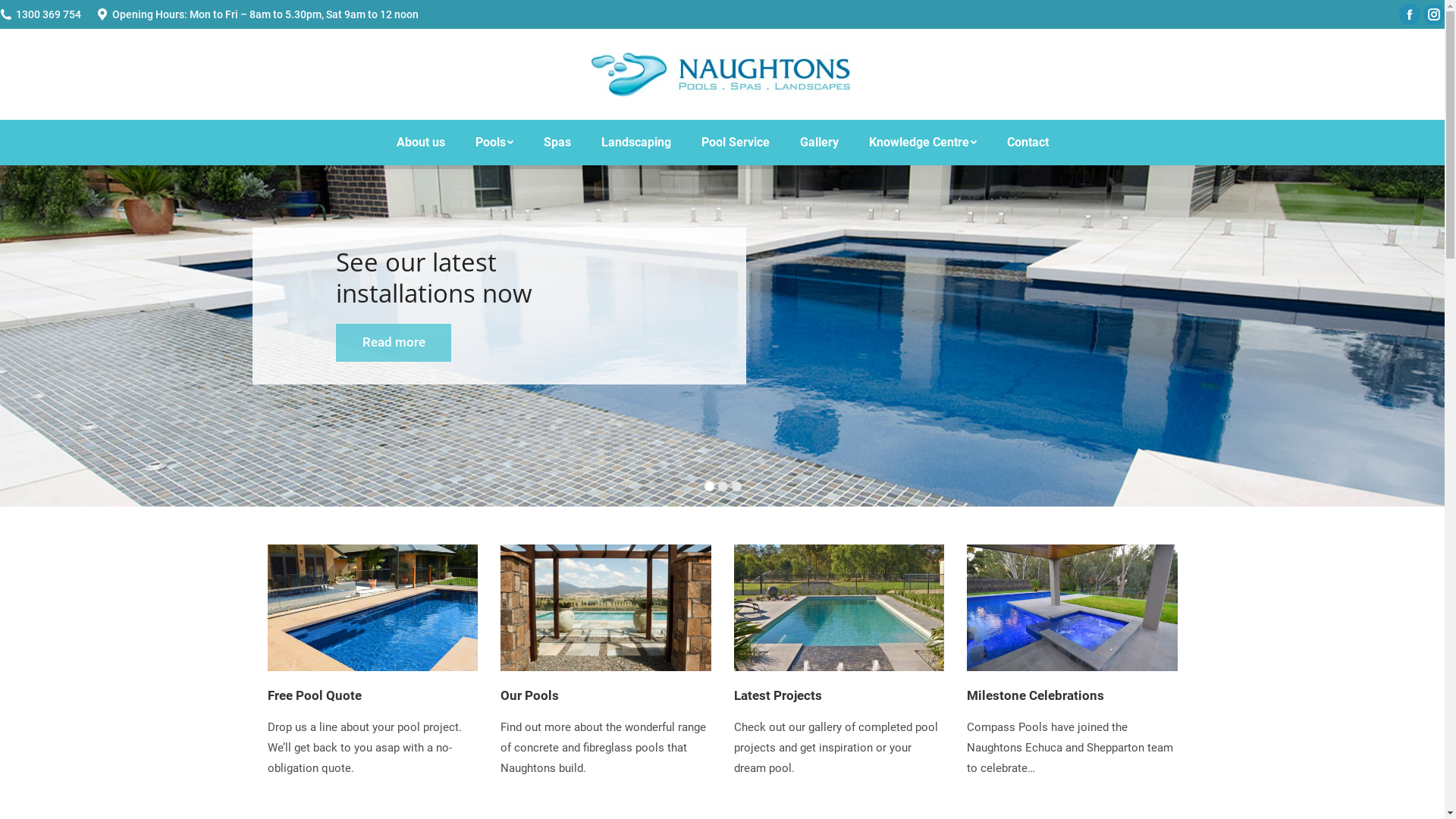 The image size is (1456, 819). What do you see at coordinates (817, 143) in the screenshot?
I see `'Gallery'` at bounding box center [817, 143].